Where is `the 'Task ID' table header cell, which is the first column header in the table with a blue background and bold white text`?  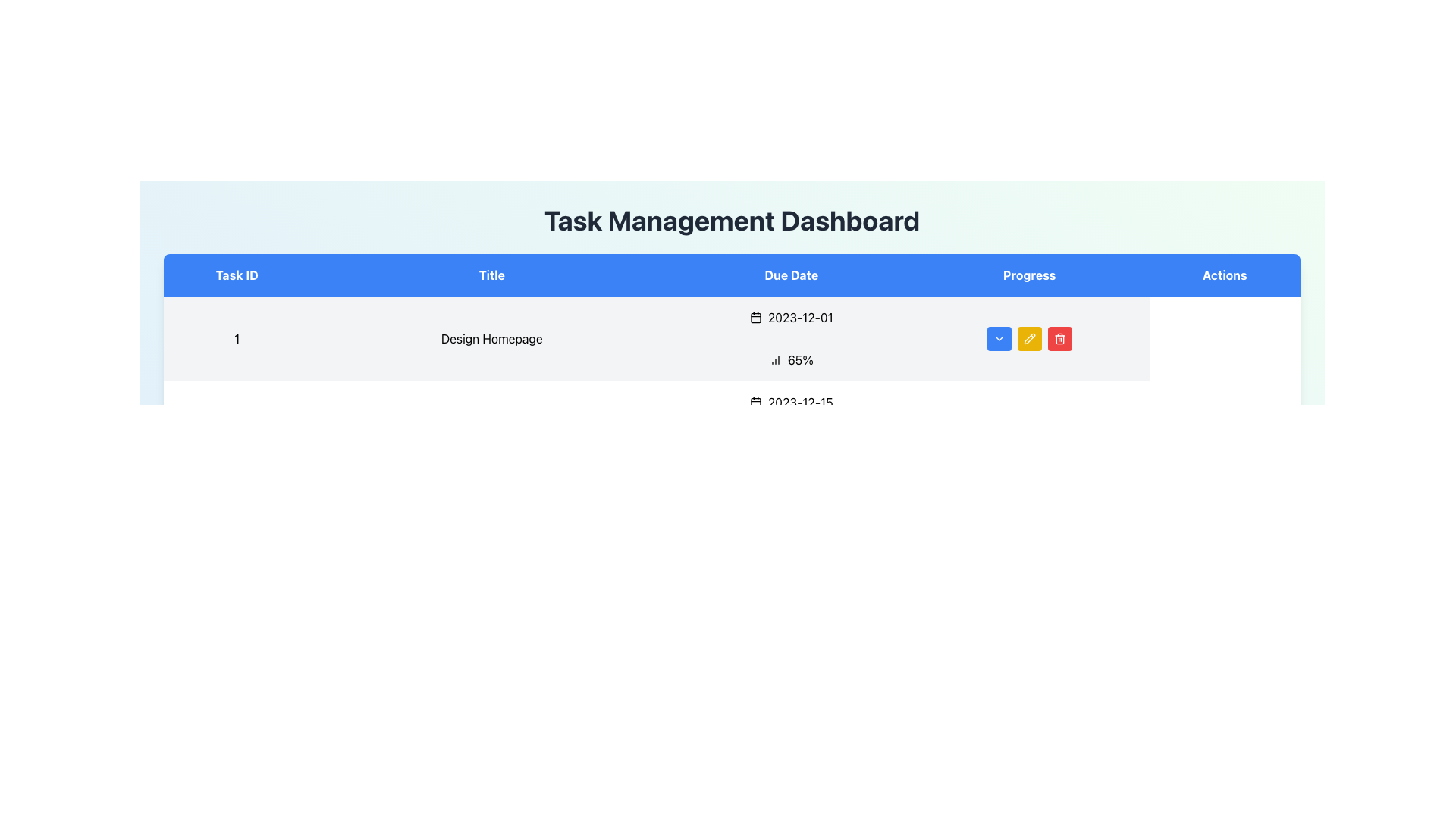 the 'Task ID' table header cell, which is the first column header in the table with a blue background and bold white text is located at coordinates (236, 275).